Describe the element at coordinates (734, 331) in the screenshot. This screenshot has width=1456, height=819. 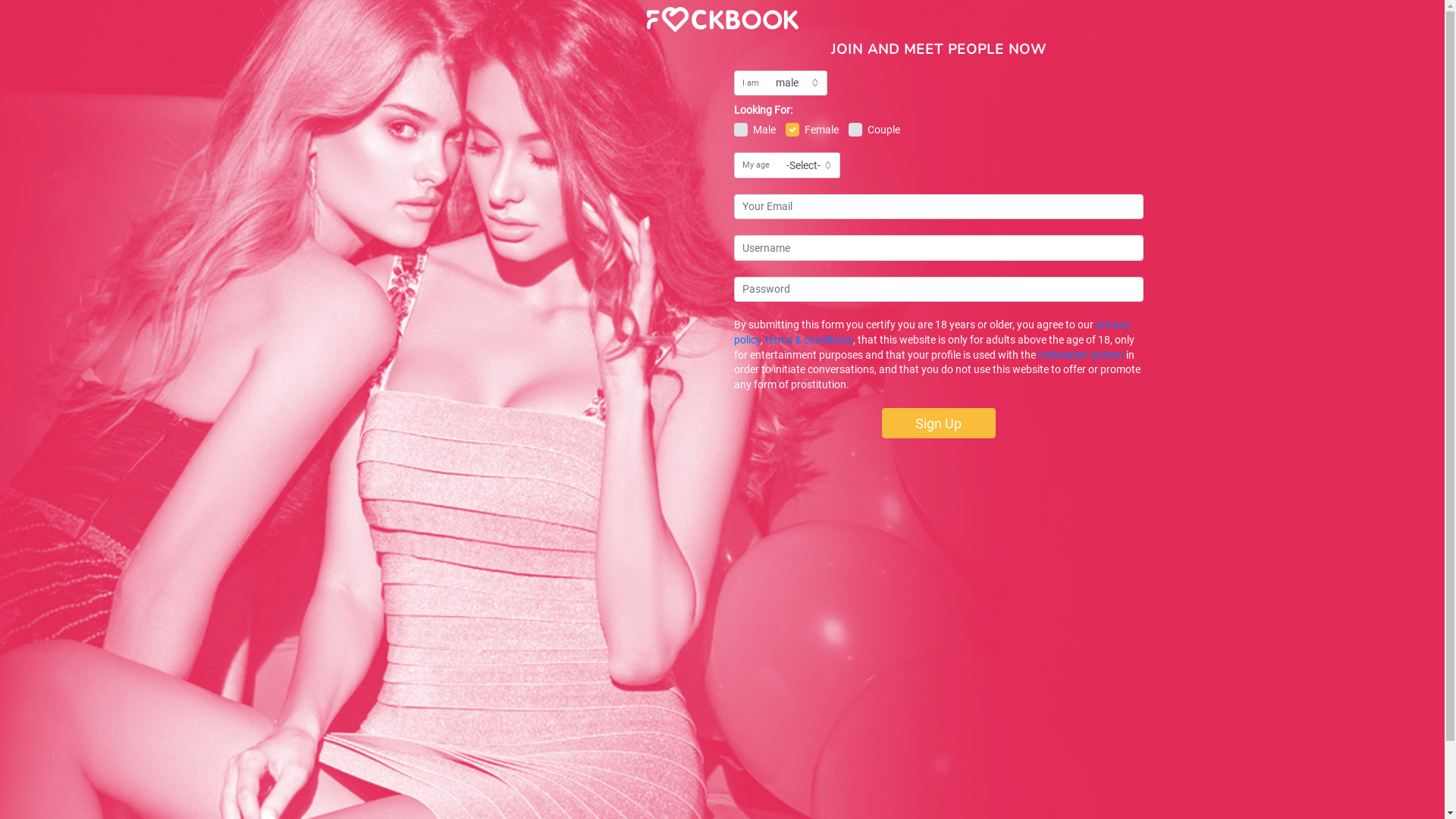
I see `'privacy policy'` at that location.